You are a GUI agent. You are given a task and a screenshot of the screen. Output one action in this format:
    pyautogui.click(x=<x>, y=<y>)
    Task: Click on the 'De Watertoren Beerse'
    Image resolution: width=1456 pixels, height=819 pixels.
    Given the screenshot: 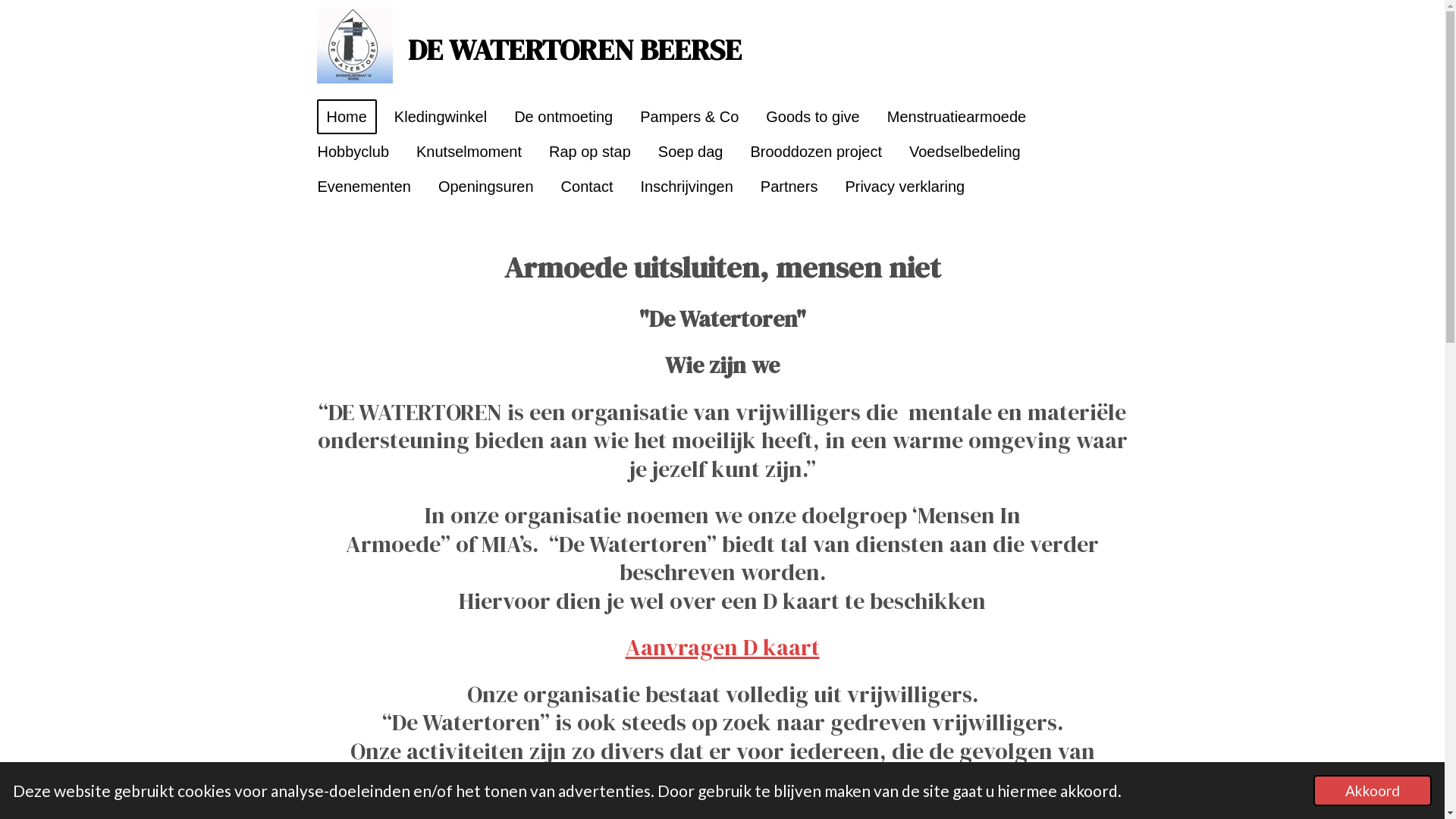 What is the action you would take?
    pyautogui.click(x=353, y=45)
    